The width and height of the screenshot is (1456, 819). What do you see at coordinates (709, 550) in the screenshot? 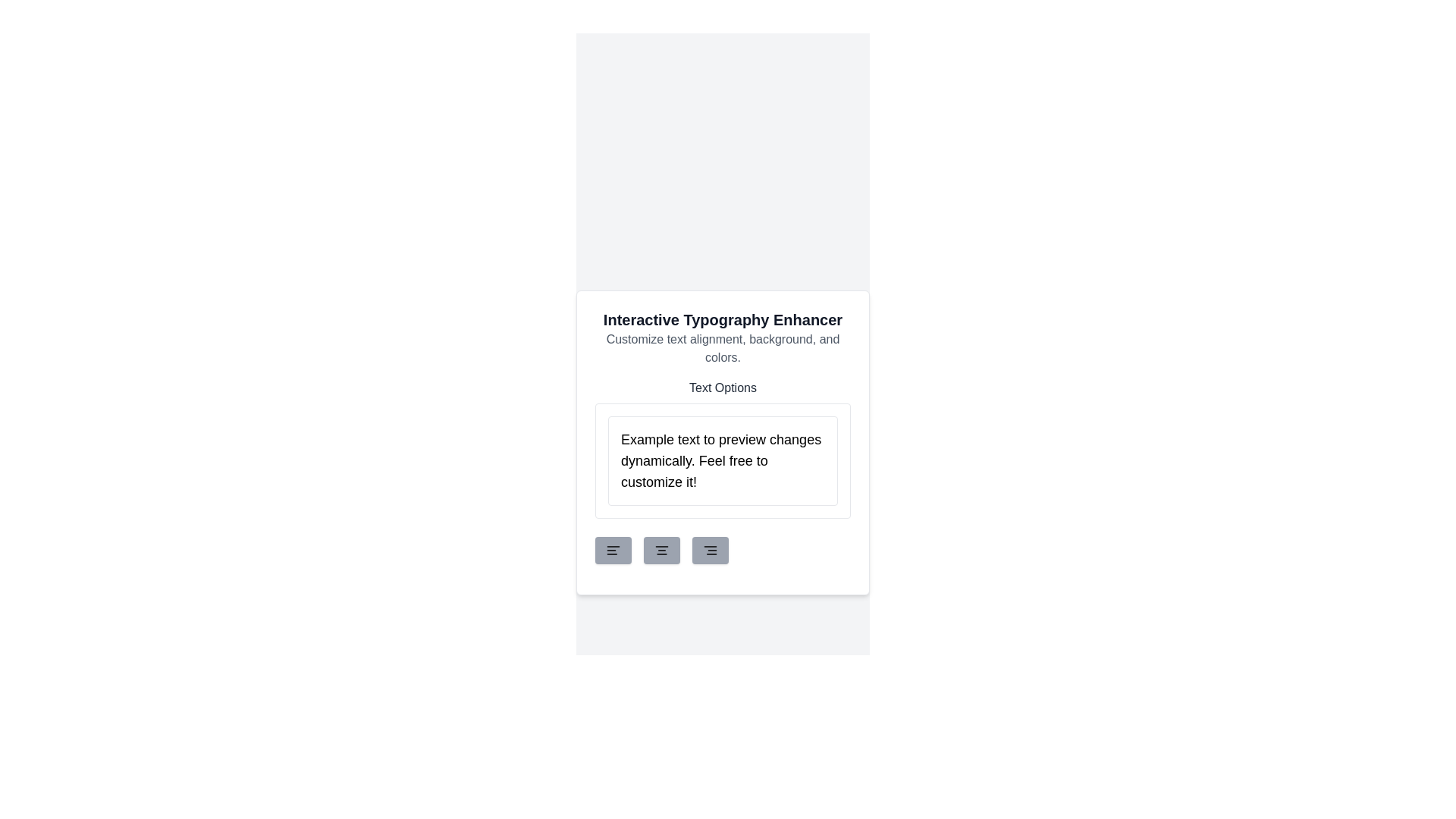
I see `the third button from the left in the row of text alignment options at the bottom section of the Interactive Typography Enhancer interface` at bounding box center [709, 550].